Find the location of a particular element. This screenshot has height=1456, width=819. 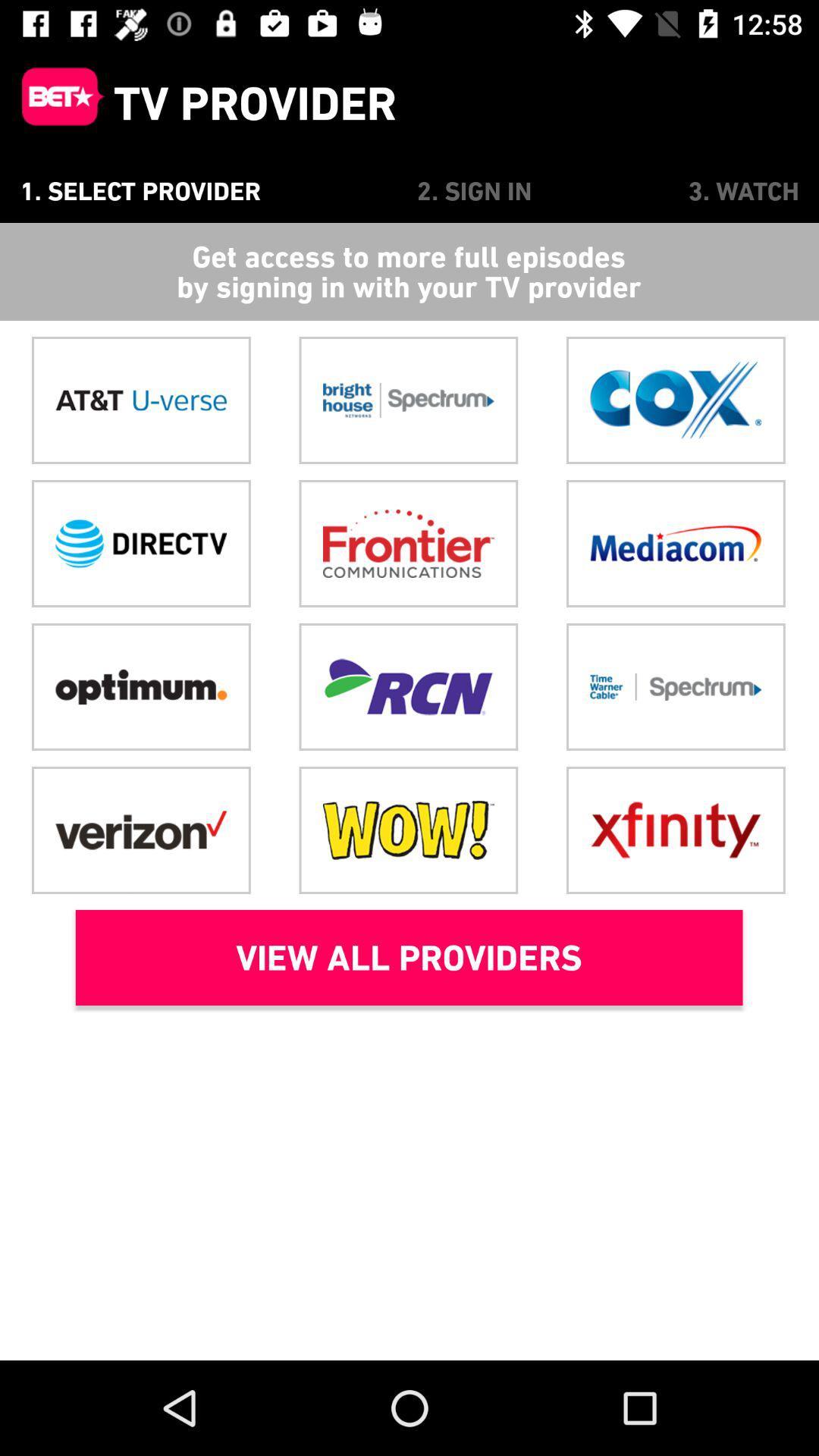

the item to the left of the tv provider is located at coordinates (55, 102).